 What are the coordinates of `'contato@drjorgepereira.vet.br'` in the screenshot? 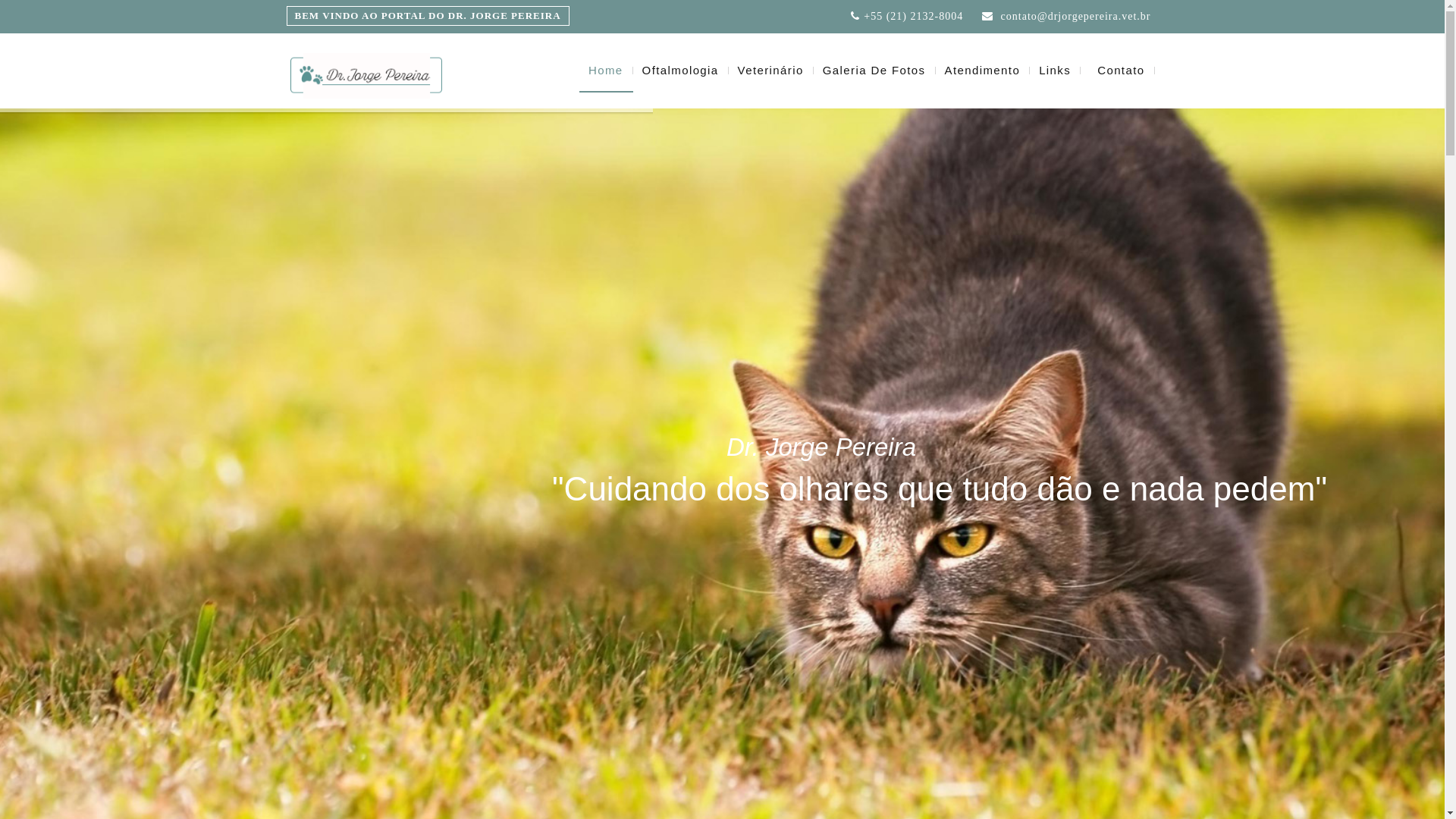 It's located at (1073, 15).